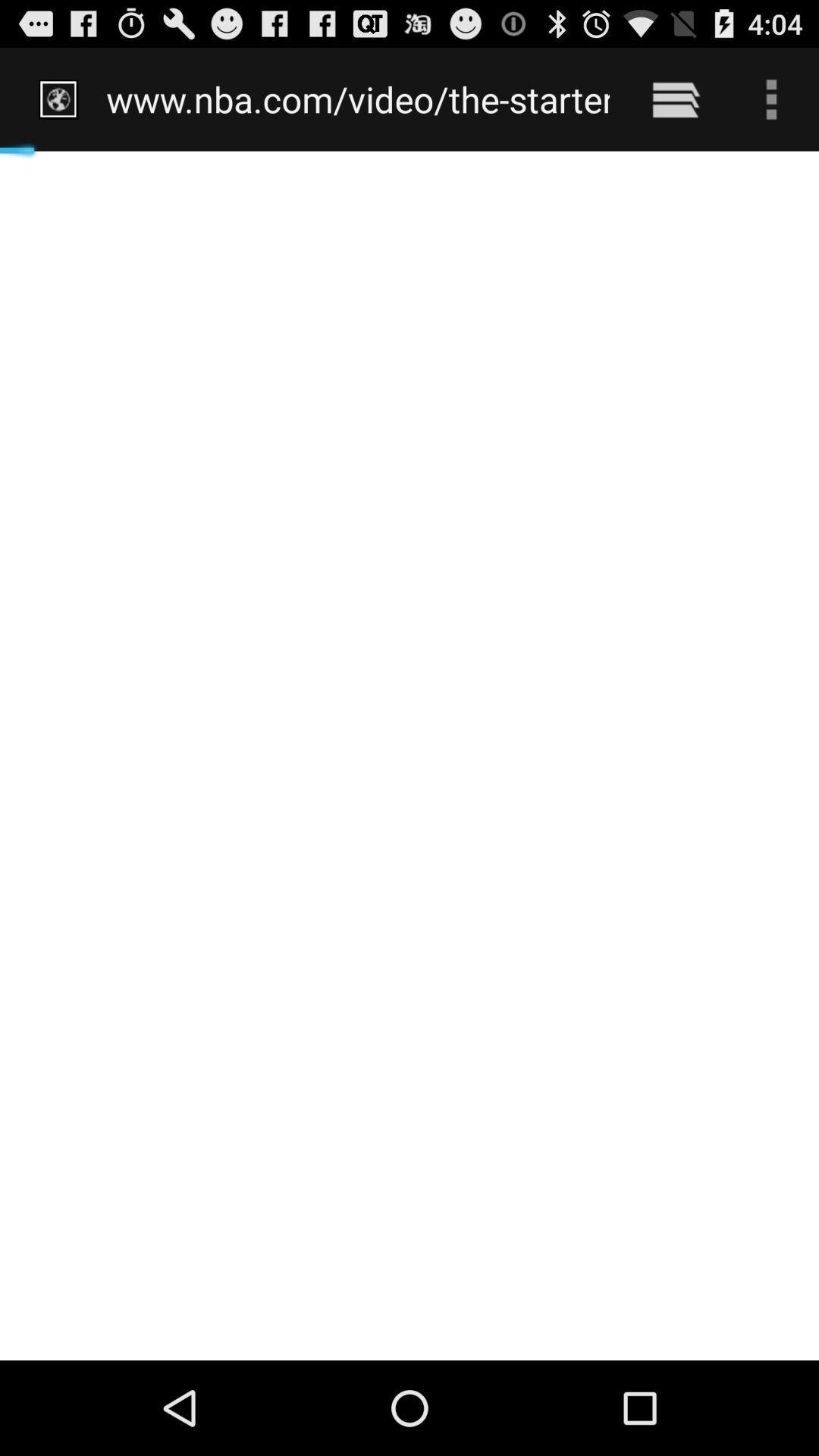 The height and width of the screenshot is (1456, 819). I want to click on item below www nba com, so click(409, 755).